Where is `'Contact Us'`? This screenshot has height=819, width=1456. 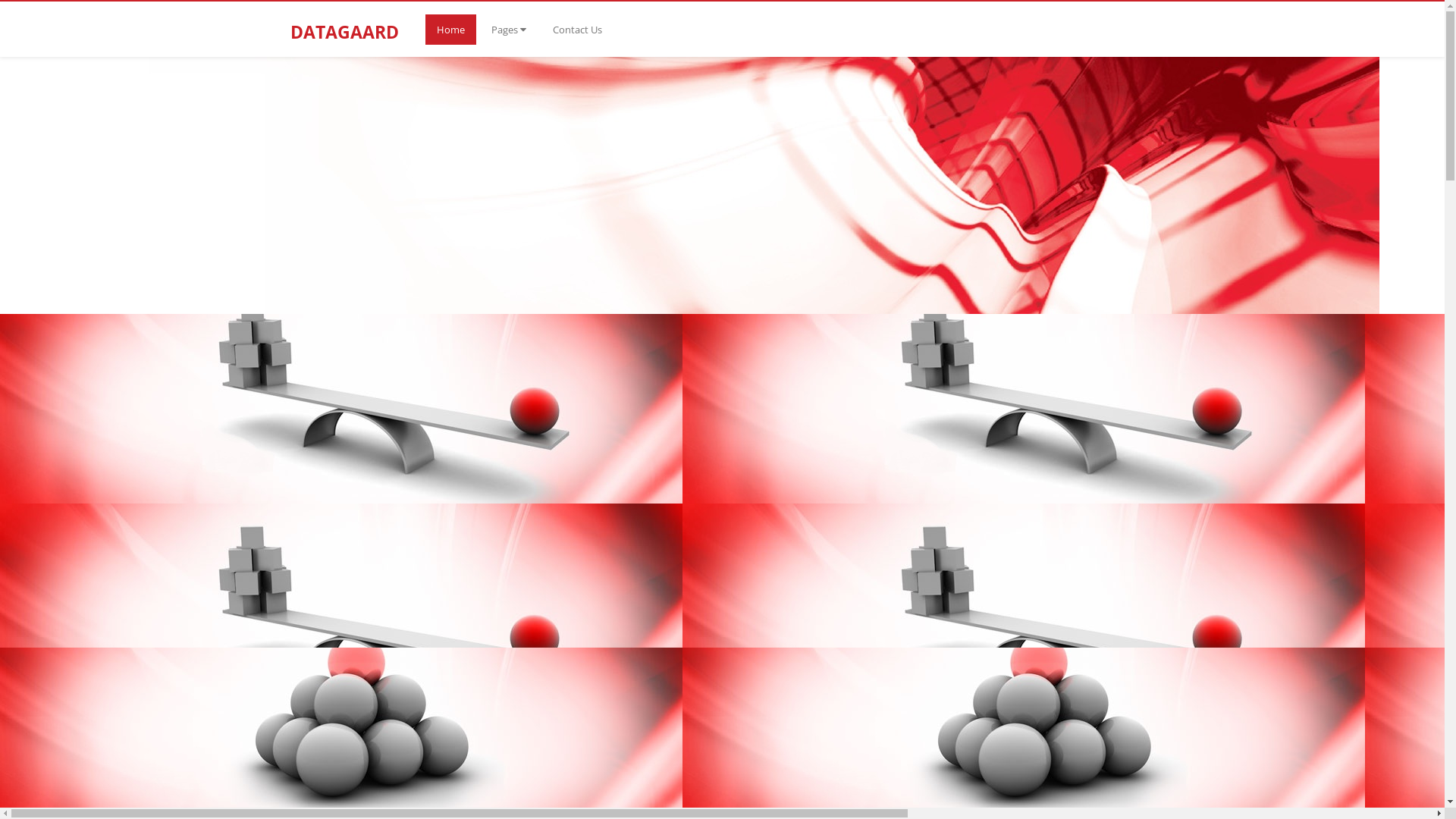 'Contact Us' is located at coordinates (576, 29).